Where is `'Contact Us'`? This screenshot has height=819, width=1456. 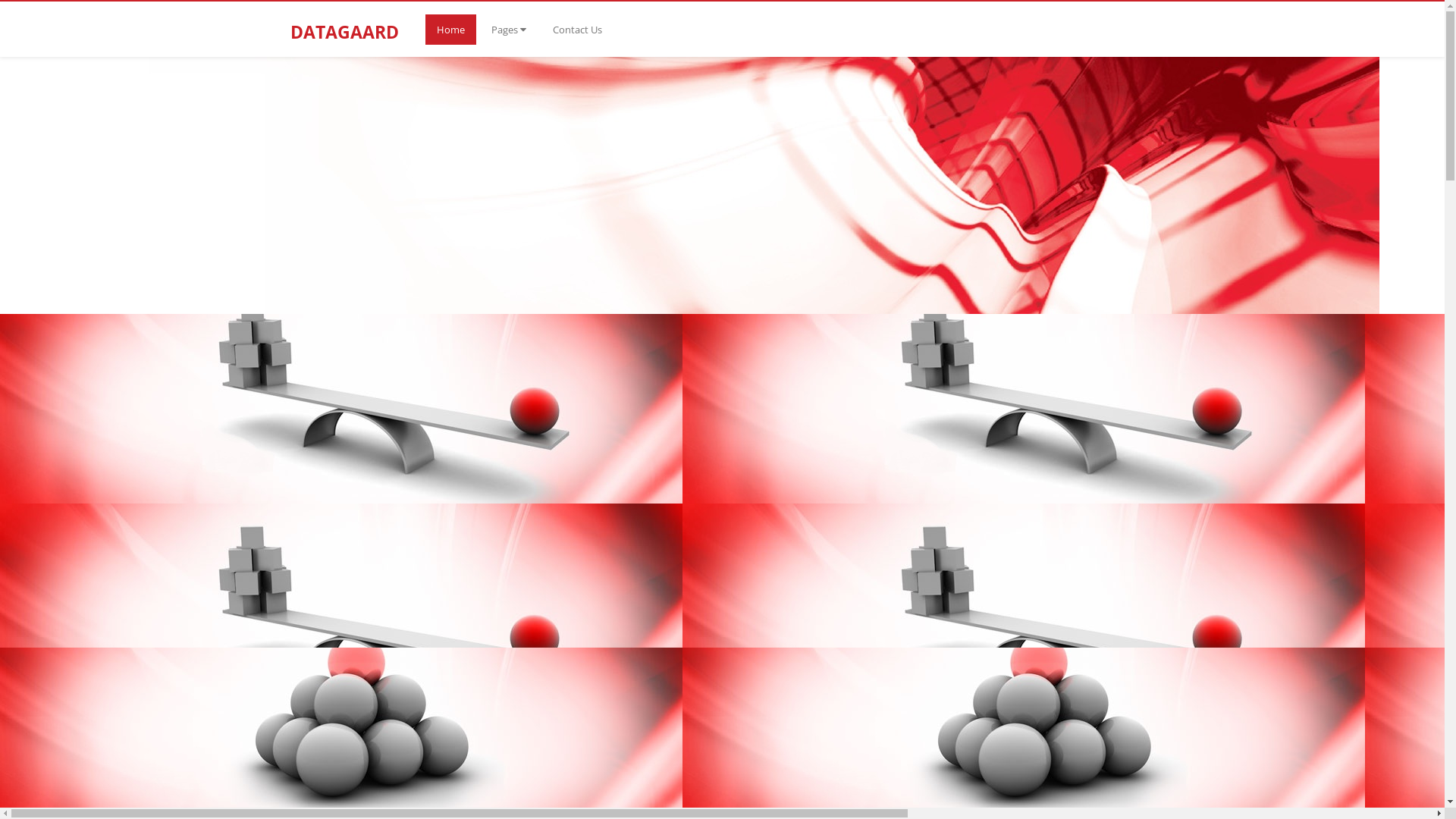 'Contact Us' is located at coordinates (576, 29).